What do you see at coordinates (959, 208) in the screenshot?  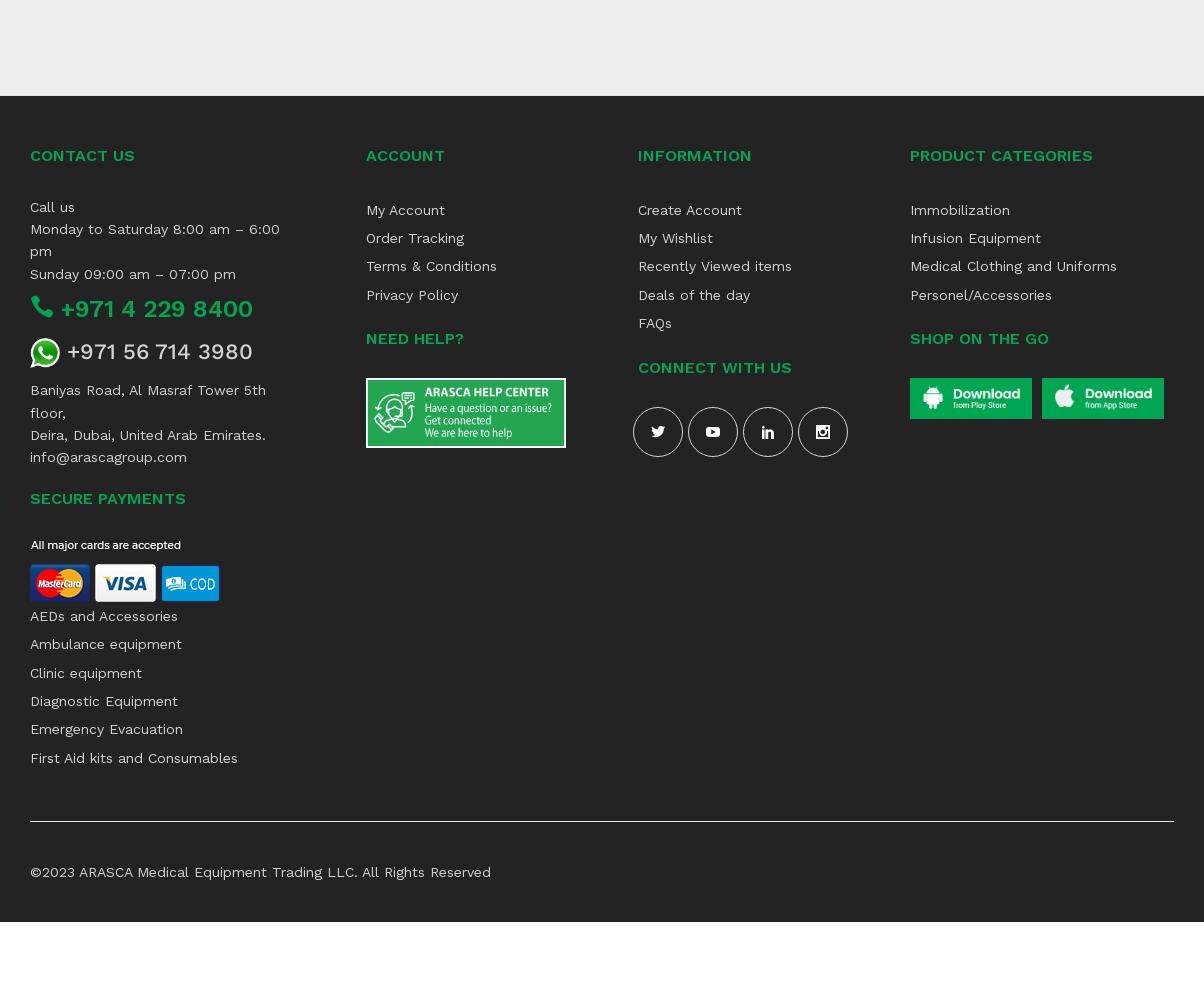 I see `'Immobilization'` at bounding box center [959, 208].